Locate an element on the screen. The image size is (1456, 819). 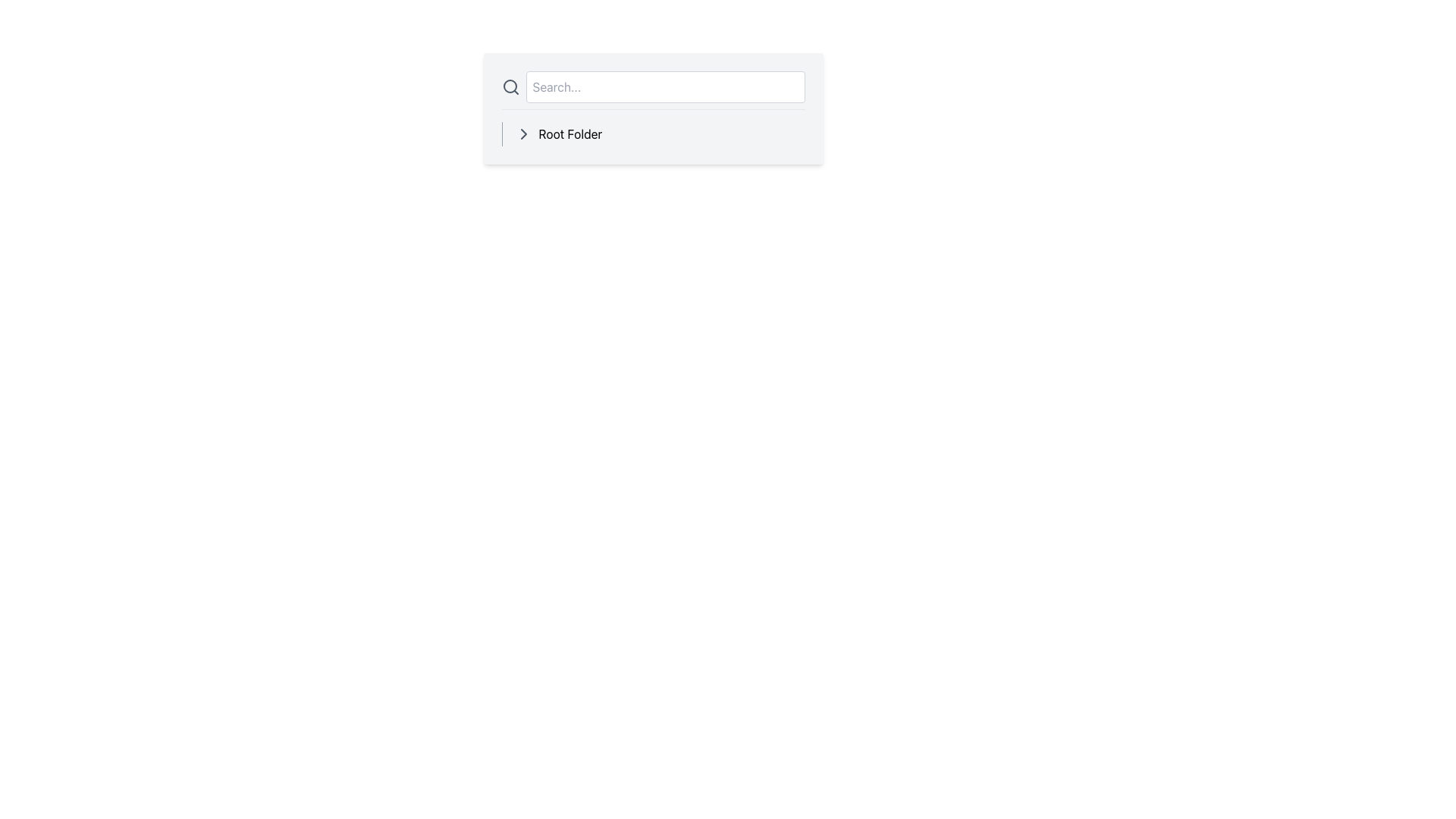
the SVG circle element that represents the lens of the magnifying glass in the Search panel, positioned to the left of the search input field is located at coordinates (510, 86).